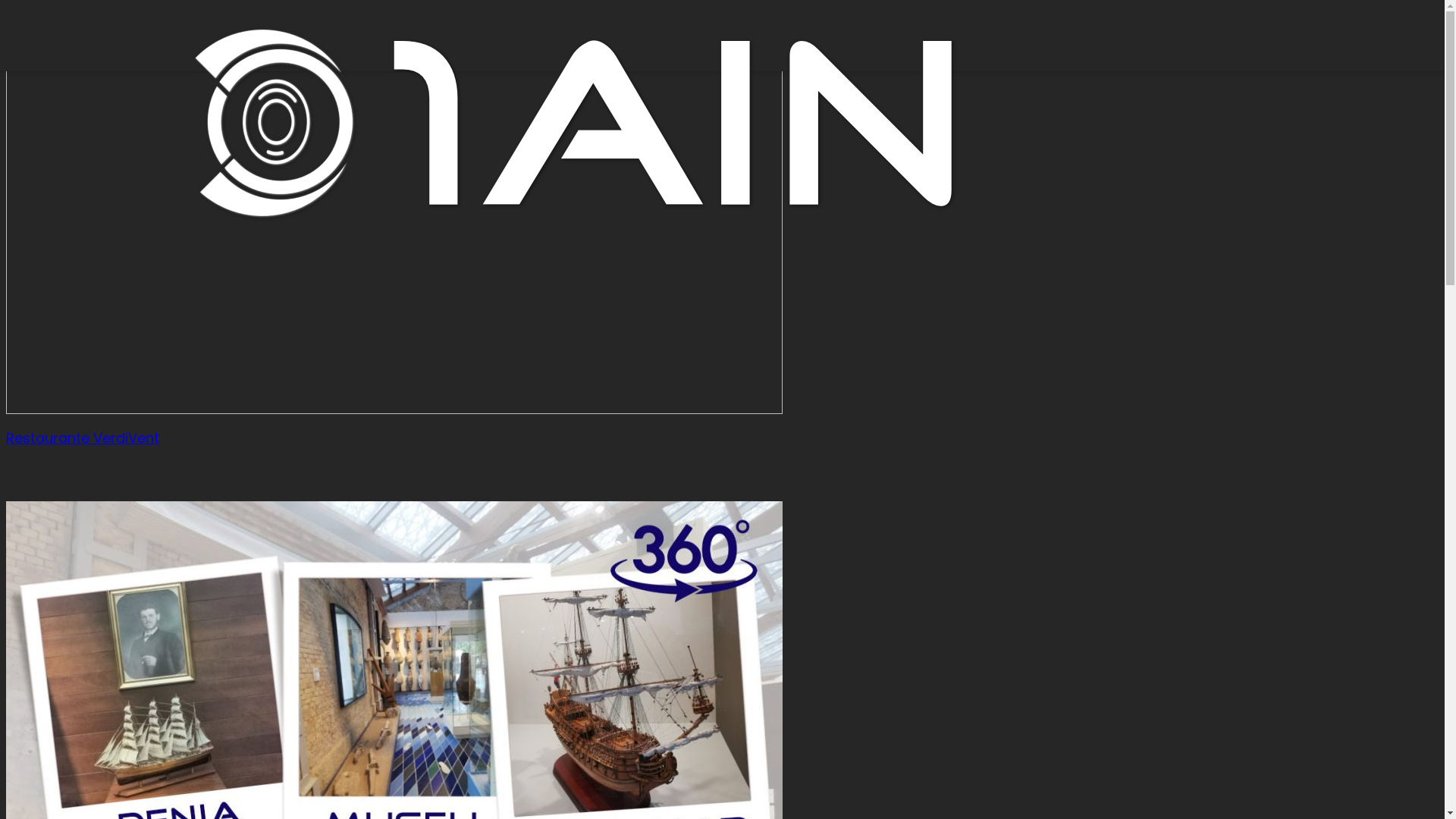 The image size is (1456, 819). What do you see at coordinates (82, 438) in the screenshot?
I see `'Restaurante VerdiVent'` at bounding box center [82, 438].